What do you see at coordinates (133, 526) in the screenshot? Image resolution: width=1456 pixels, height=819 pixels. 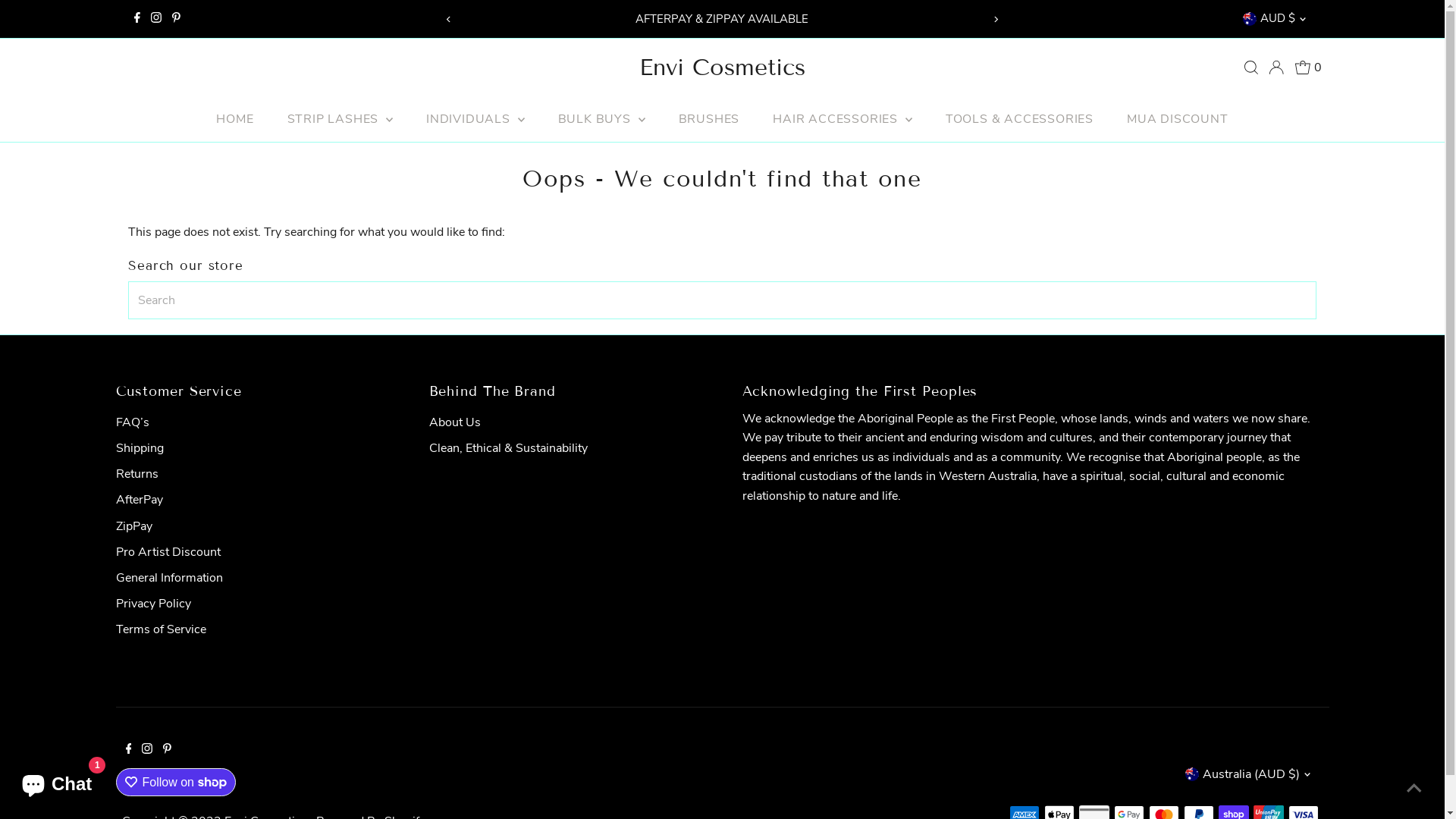 I see `'ZipPay'` at bounding box center [133, 526].